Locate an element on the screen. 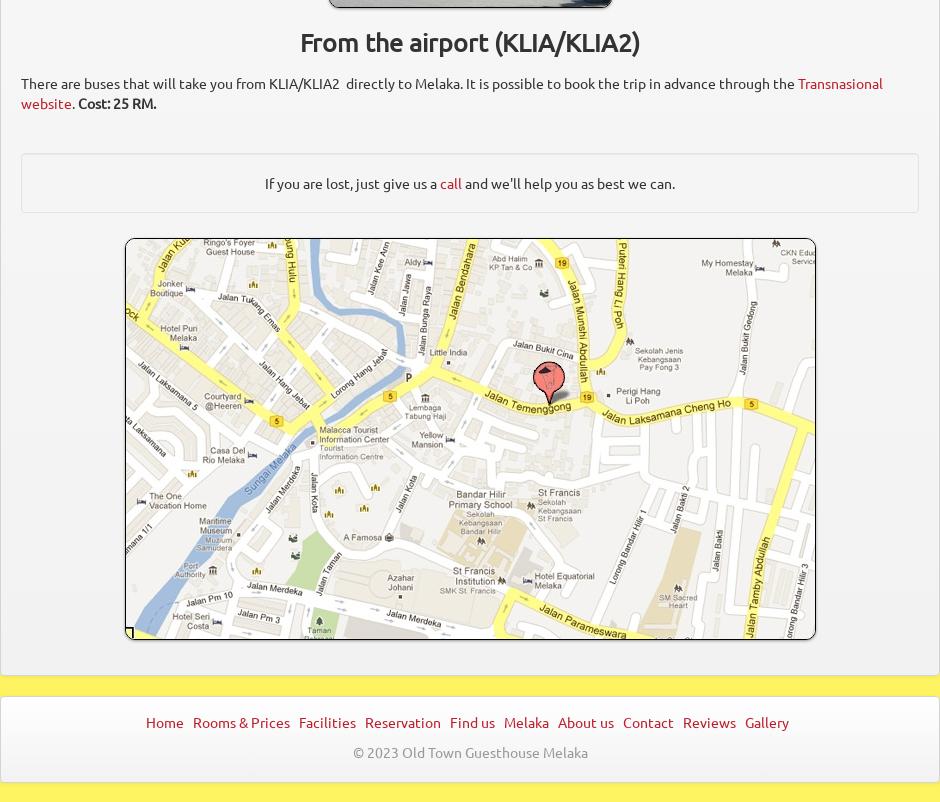 The image size is (940, 802). 'Cost: 25 RM.' is located at coordinates (118, 102).